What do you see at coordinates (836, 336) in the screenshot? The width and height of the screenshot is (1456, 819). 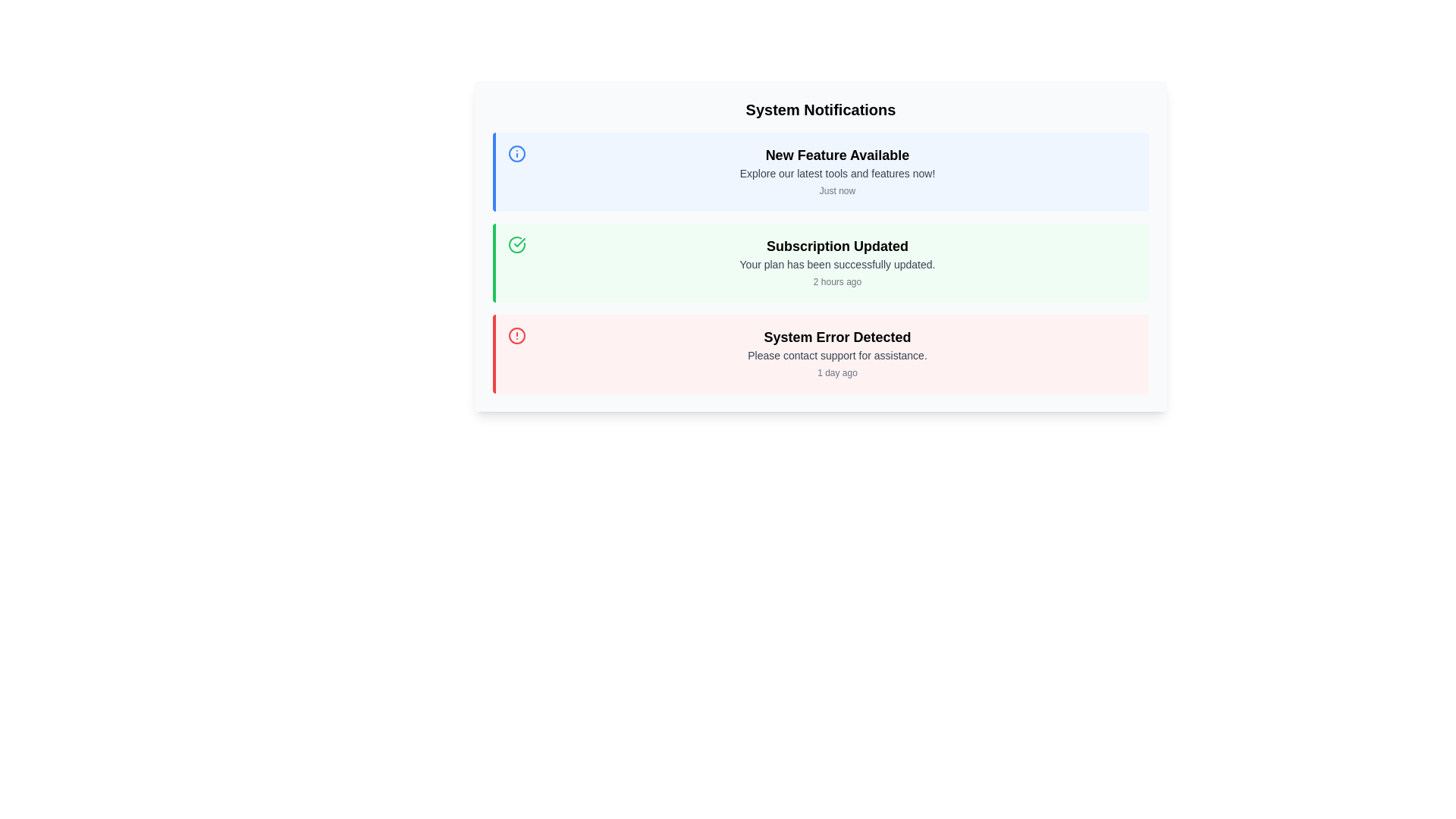 I see `the title text of the 'System Error Detected' notification block, which alerts the user to a system error` at bounding box center [836, 336].